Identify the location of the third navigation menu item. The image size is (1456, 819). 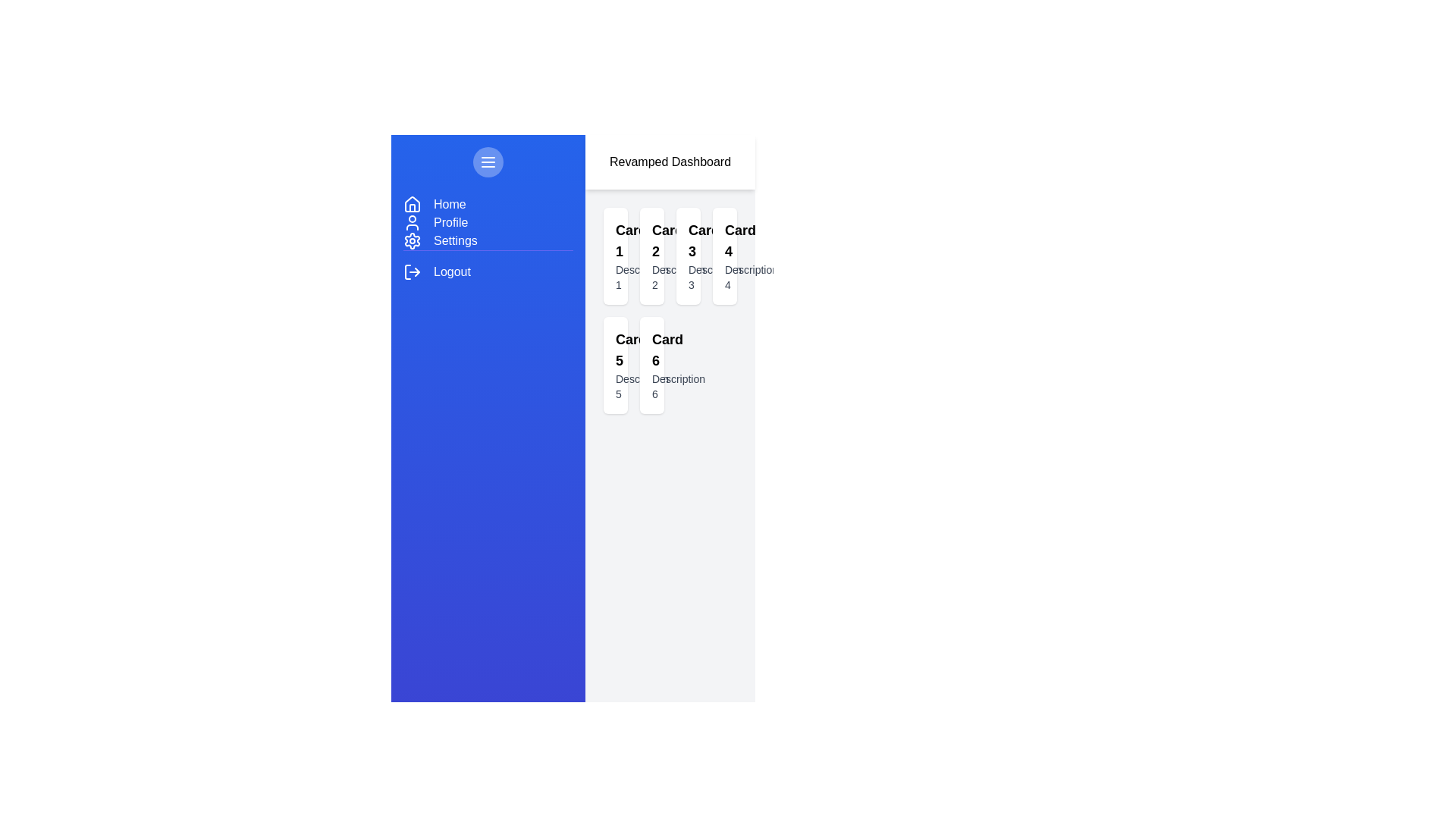
(488, 240).